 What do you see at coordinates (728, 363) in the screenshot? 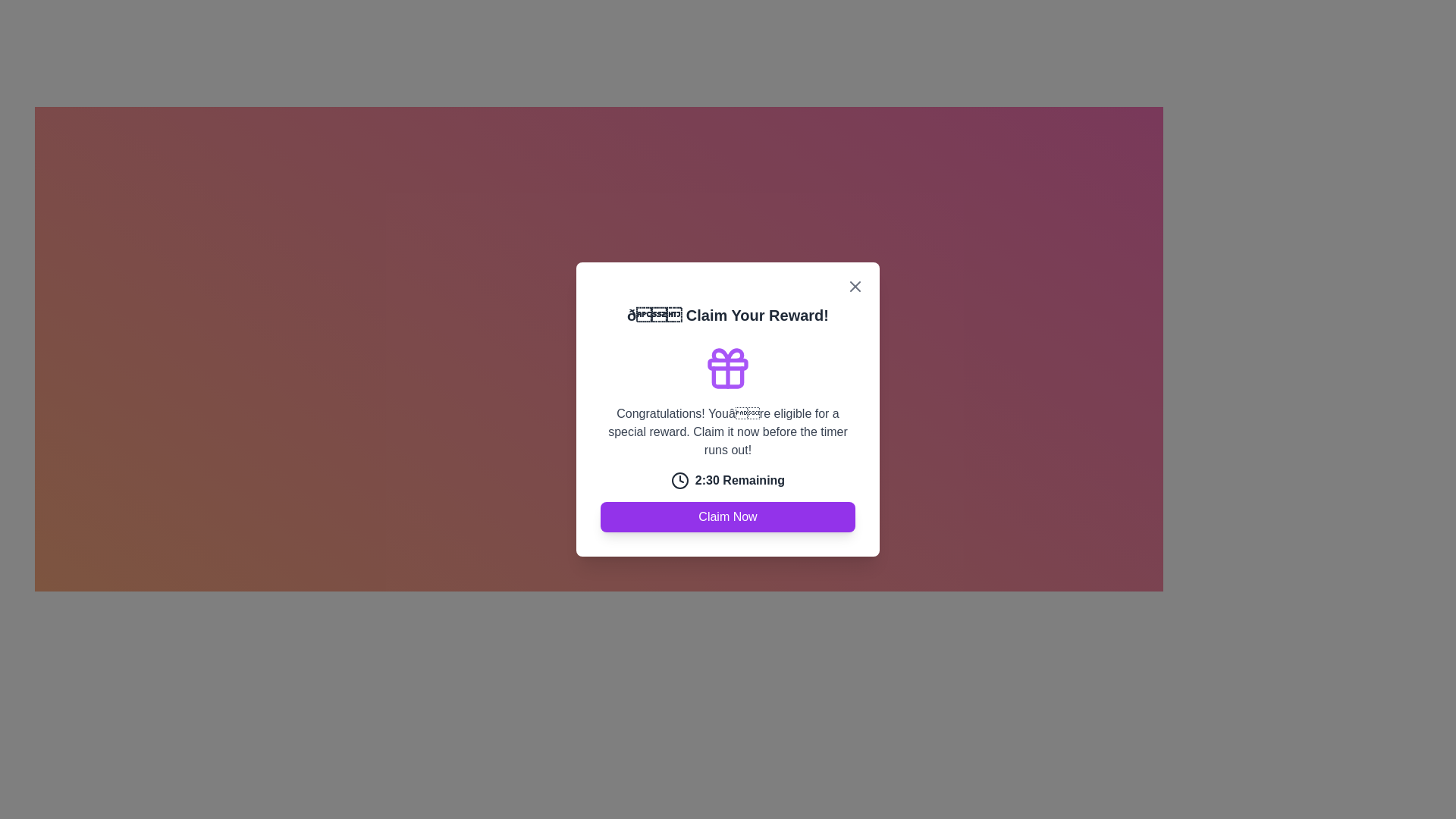
I see `the decorative SVG component that serves as the horizontal band of the gift icon, positioned centrally within the SVG` at bounding box center [728, 363].